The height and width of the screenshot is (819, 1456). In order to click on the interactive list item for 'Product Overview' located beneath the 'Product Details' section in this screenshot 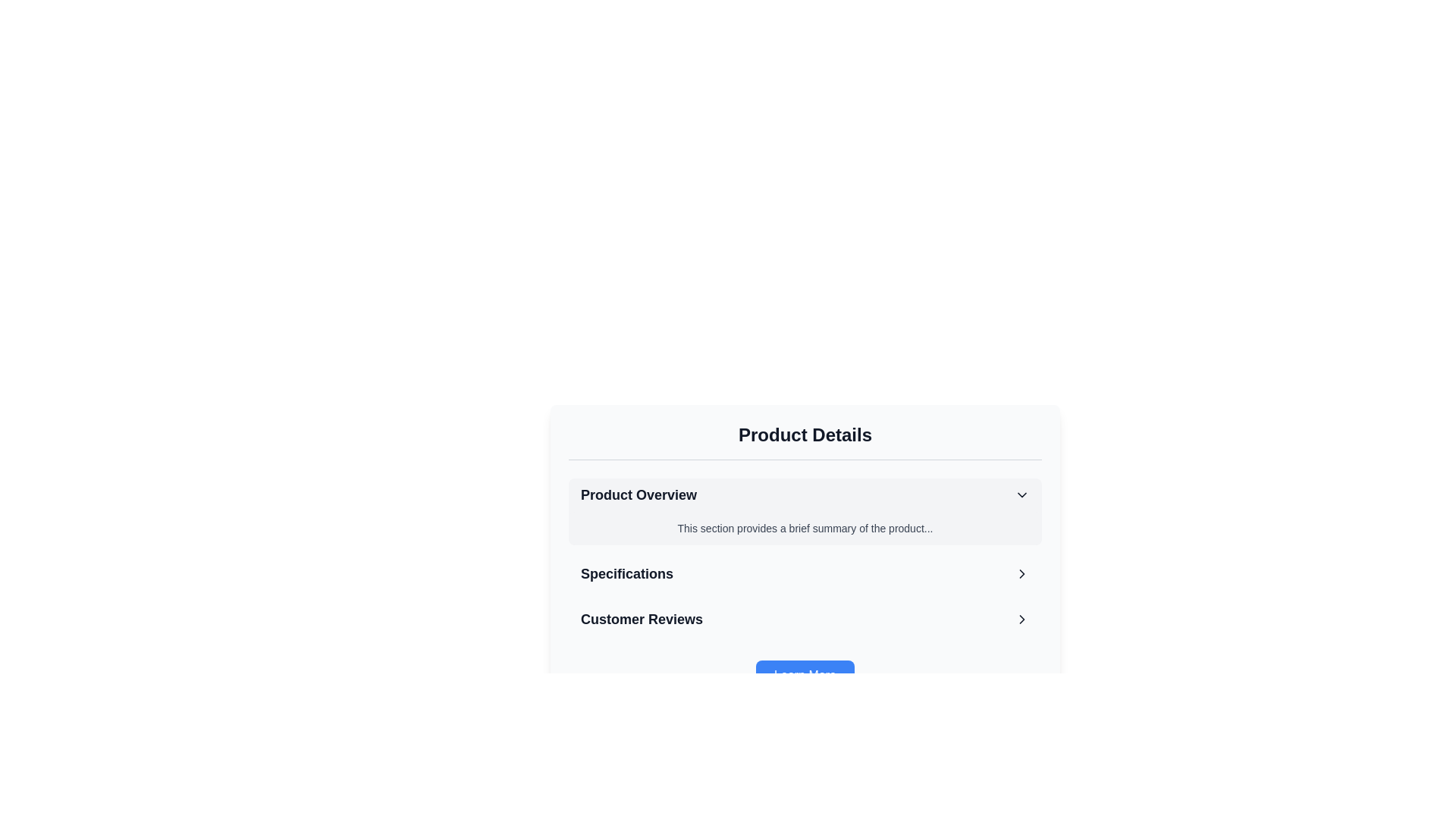, I will do `click(804, 494)`.